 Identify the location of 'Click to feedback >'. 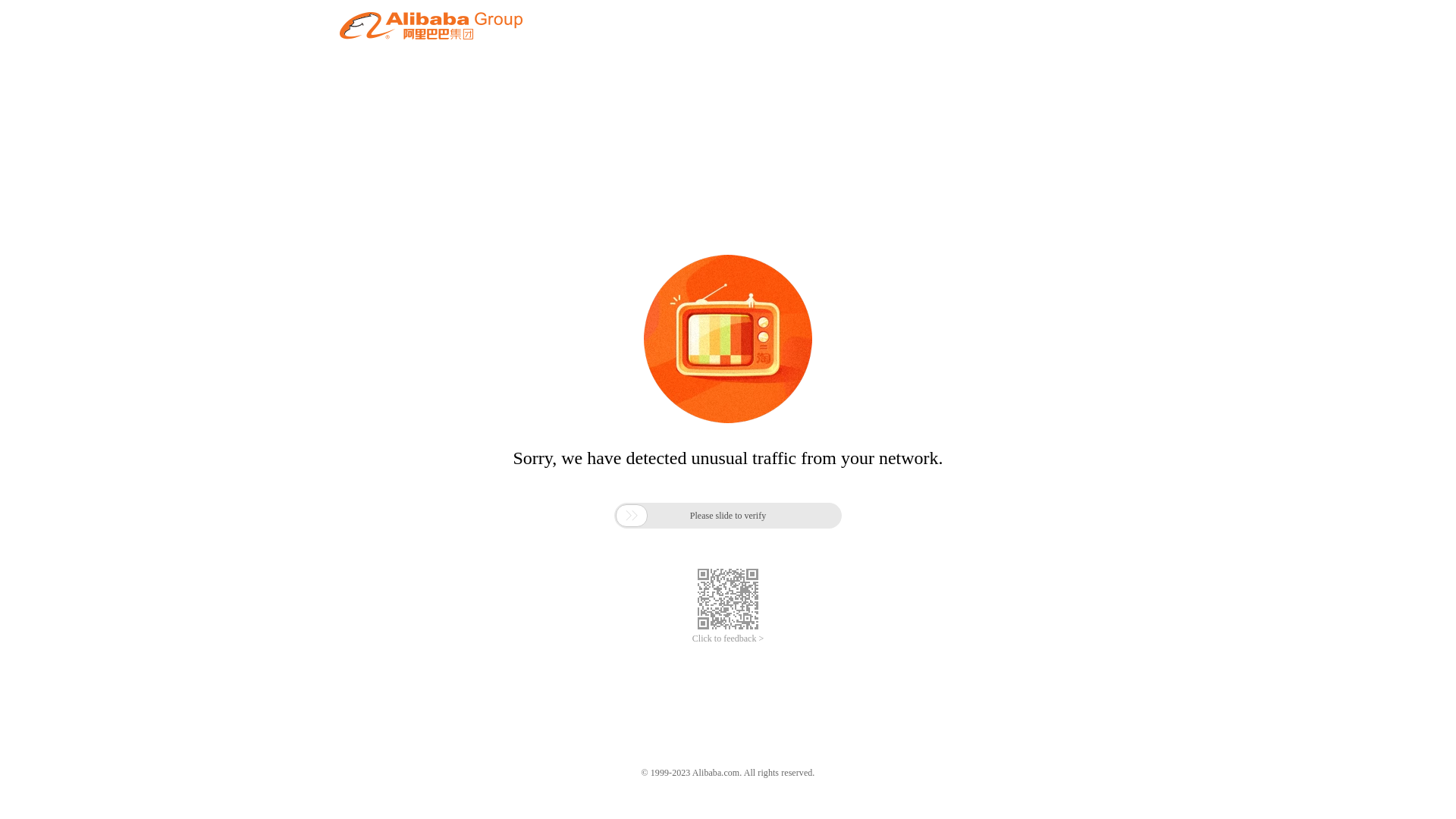
(728, 639).